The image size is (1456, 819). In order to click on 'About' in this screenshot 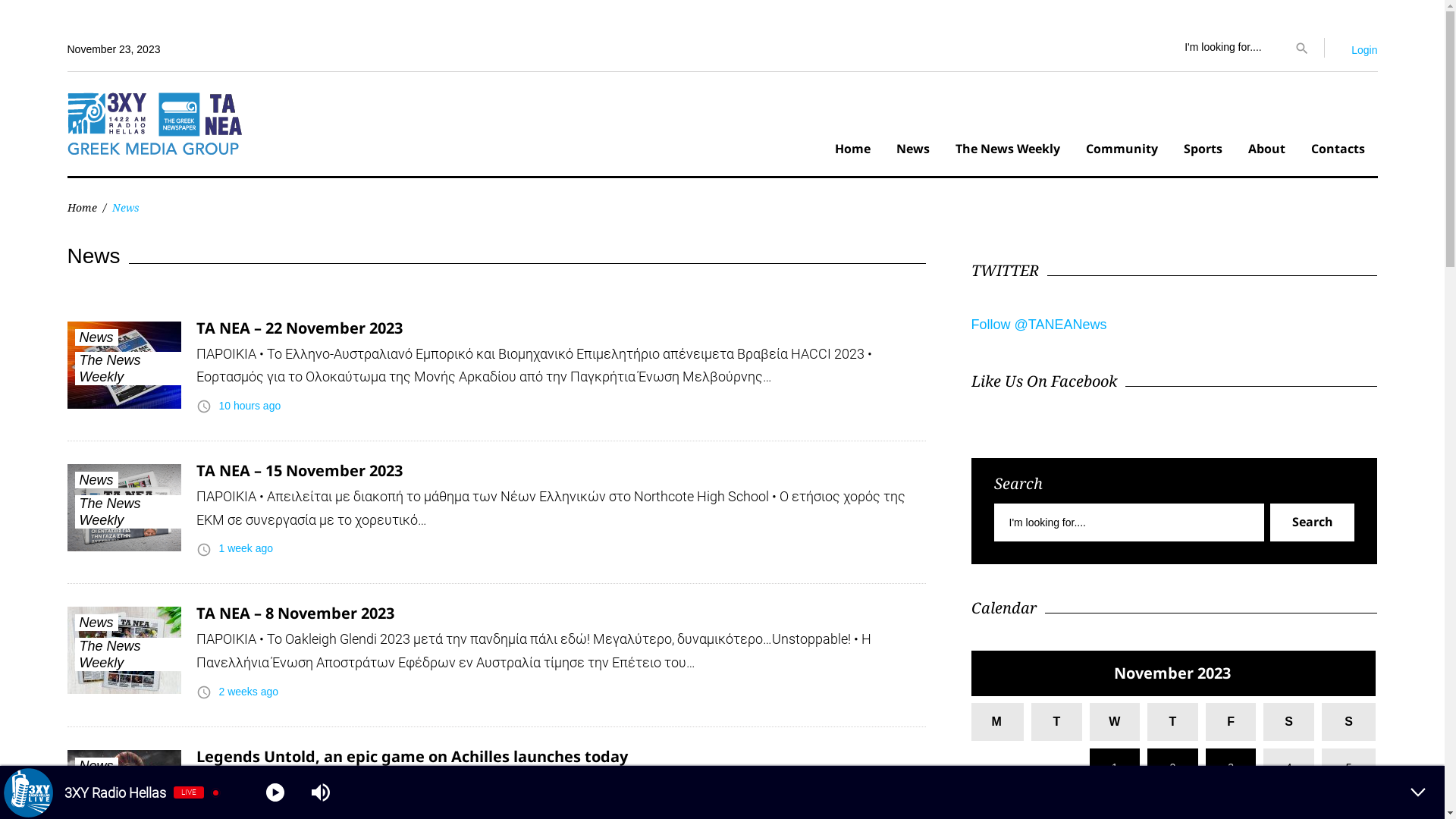, I will do `click(1266, 151)`.